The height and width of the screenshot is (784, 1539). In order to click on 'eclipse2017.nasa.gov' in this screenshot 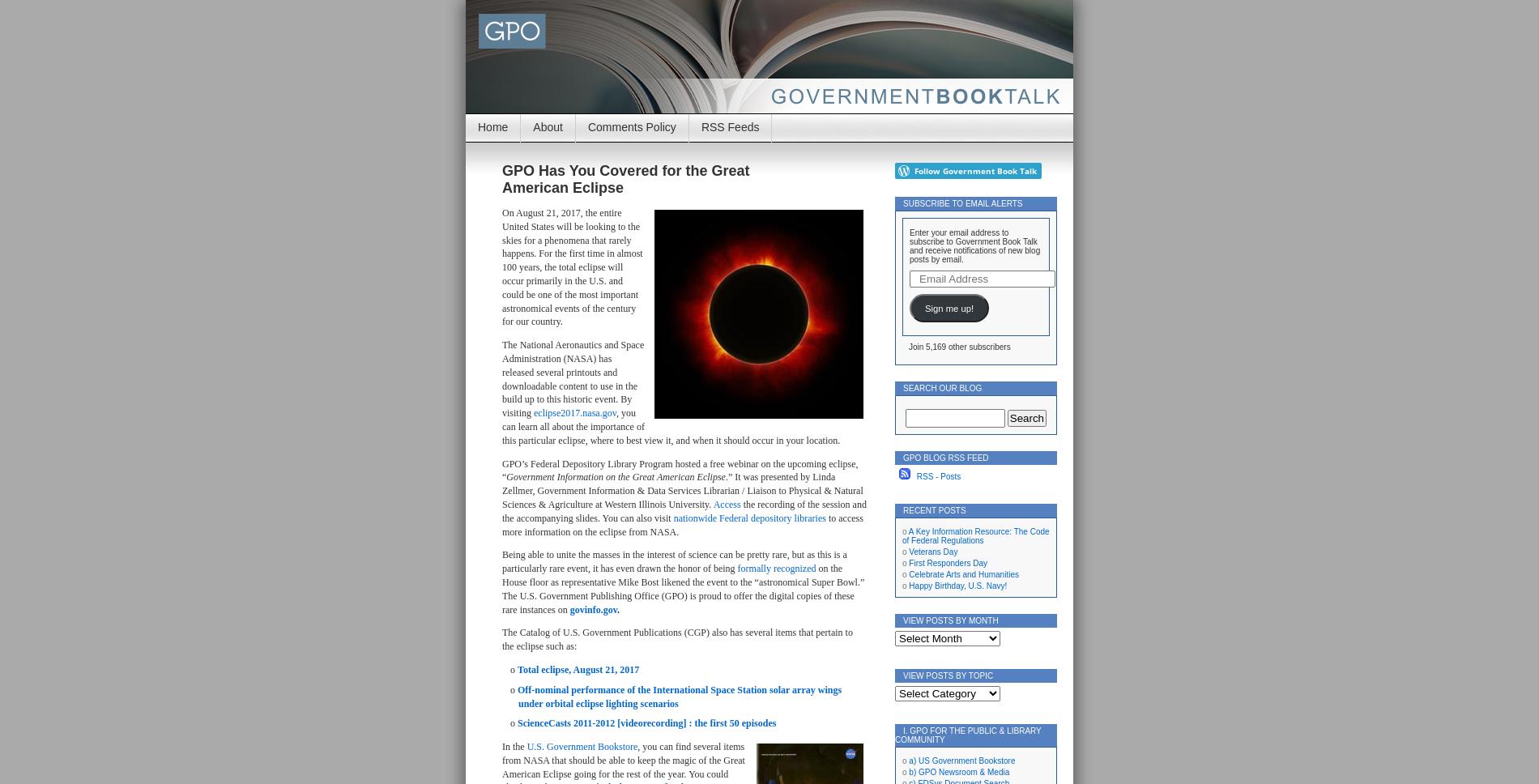, I will do `click(574, 413)`.